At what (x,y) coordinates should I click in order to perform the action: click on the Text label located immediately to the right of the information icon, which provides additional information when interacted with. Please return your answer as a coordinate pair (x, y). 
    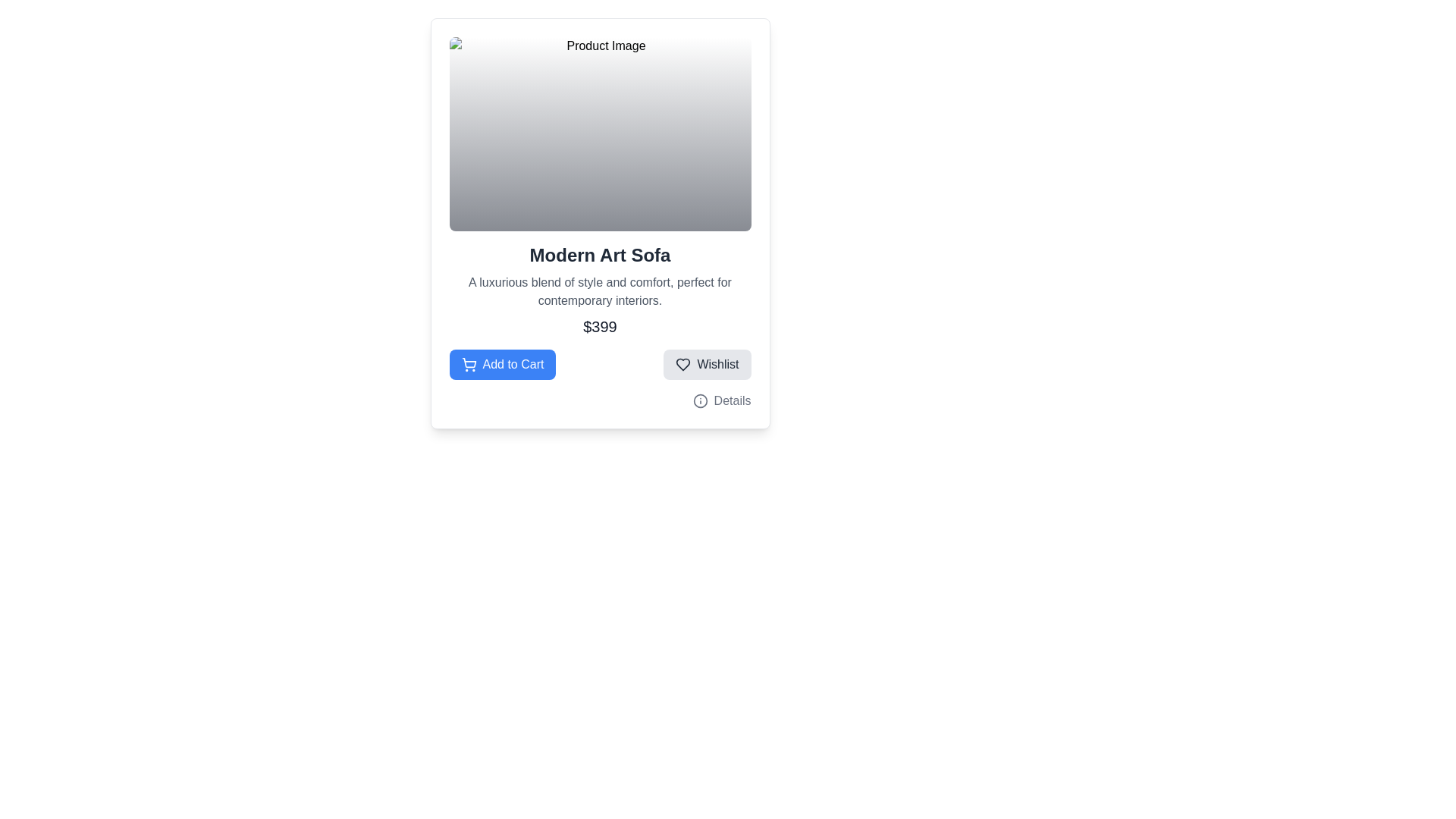
    Looking at the image, I should click on (733, 400).